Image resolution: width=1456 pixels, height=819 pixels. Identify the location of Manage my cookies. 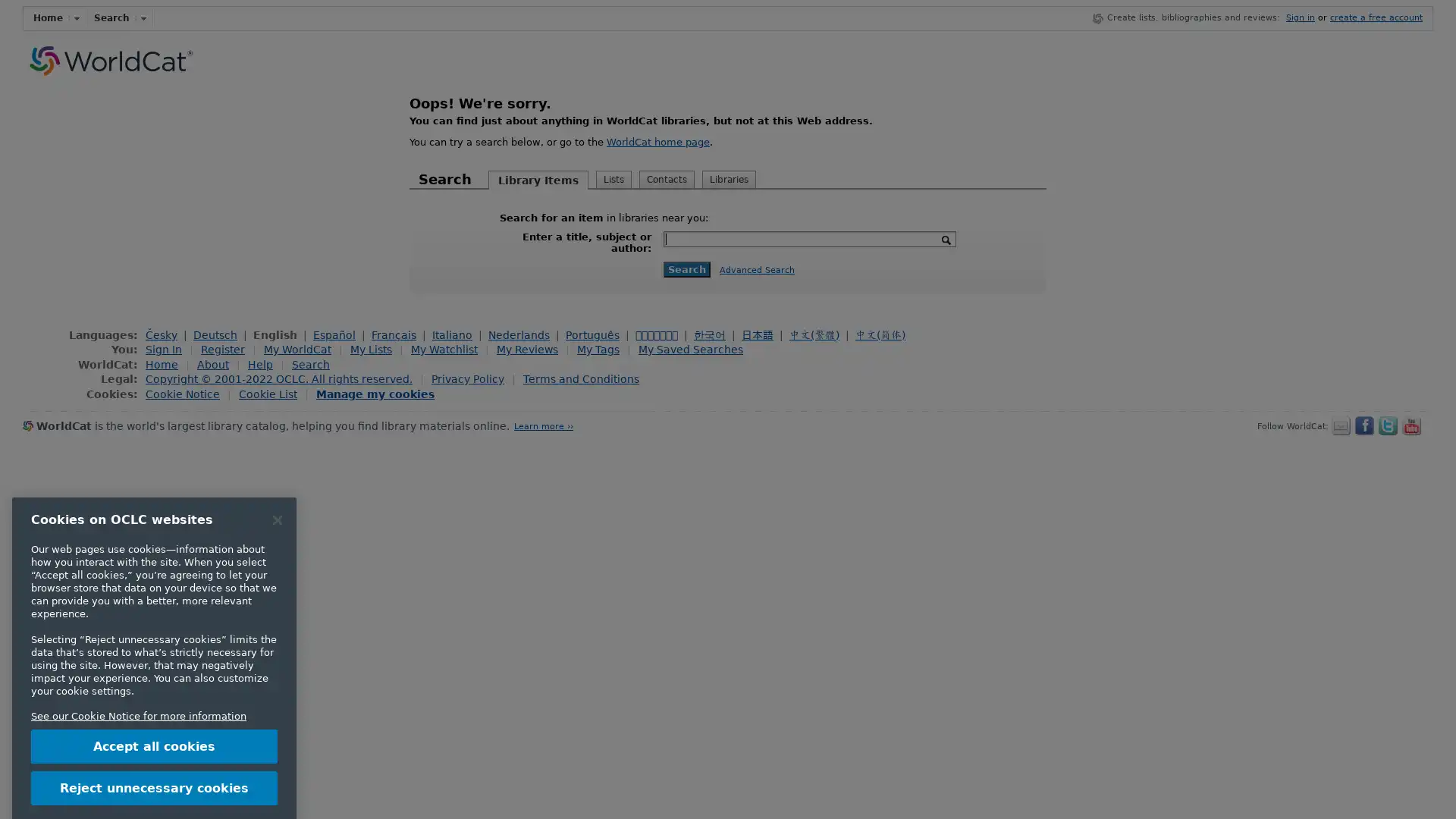
(375, 393).